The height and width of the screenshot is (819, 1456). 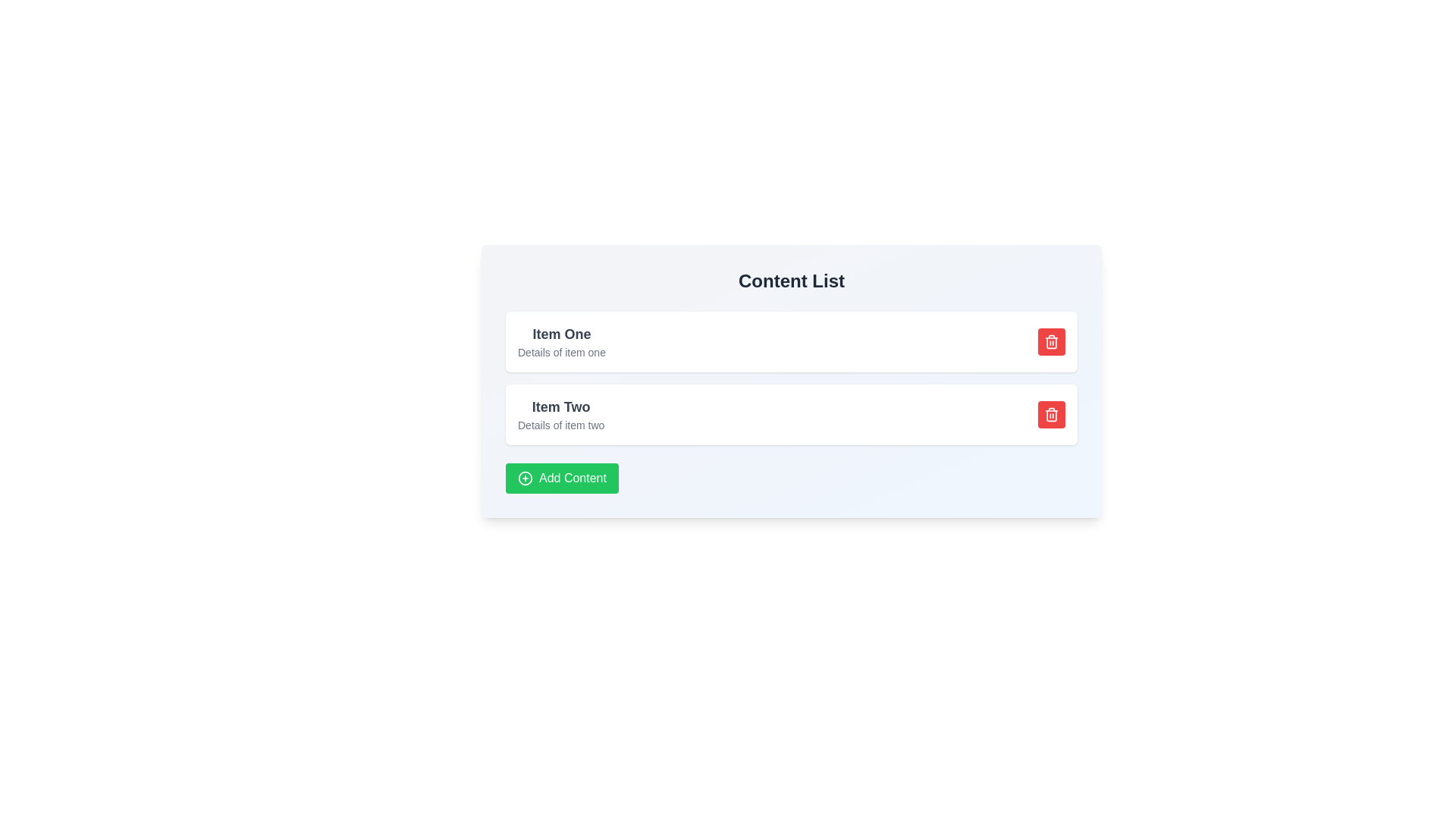 What do you see at coordinates (560, 415) in the screenshot?
I see `the Text Display Group titled 'Item Two' which provides a summary of further details associated with it` at bounding box center [560, 415].